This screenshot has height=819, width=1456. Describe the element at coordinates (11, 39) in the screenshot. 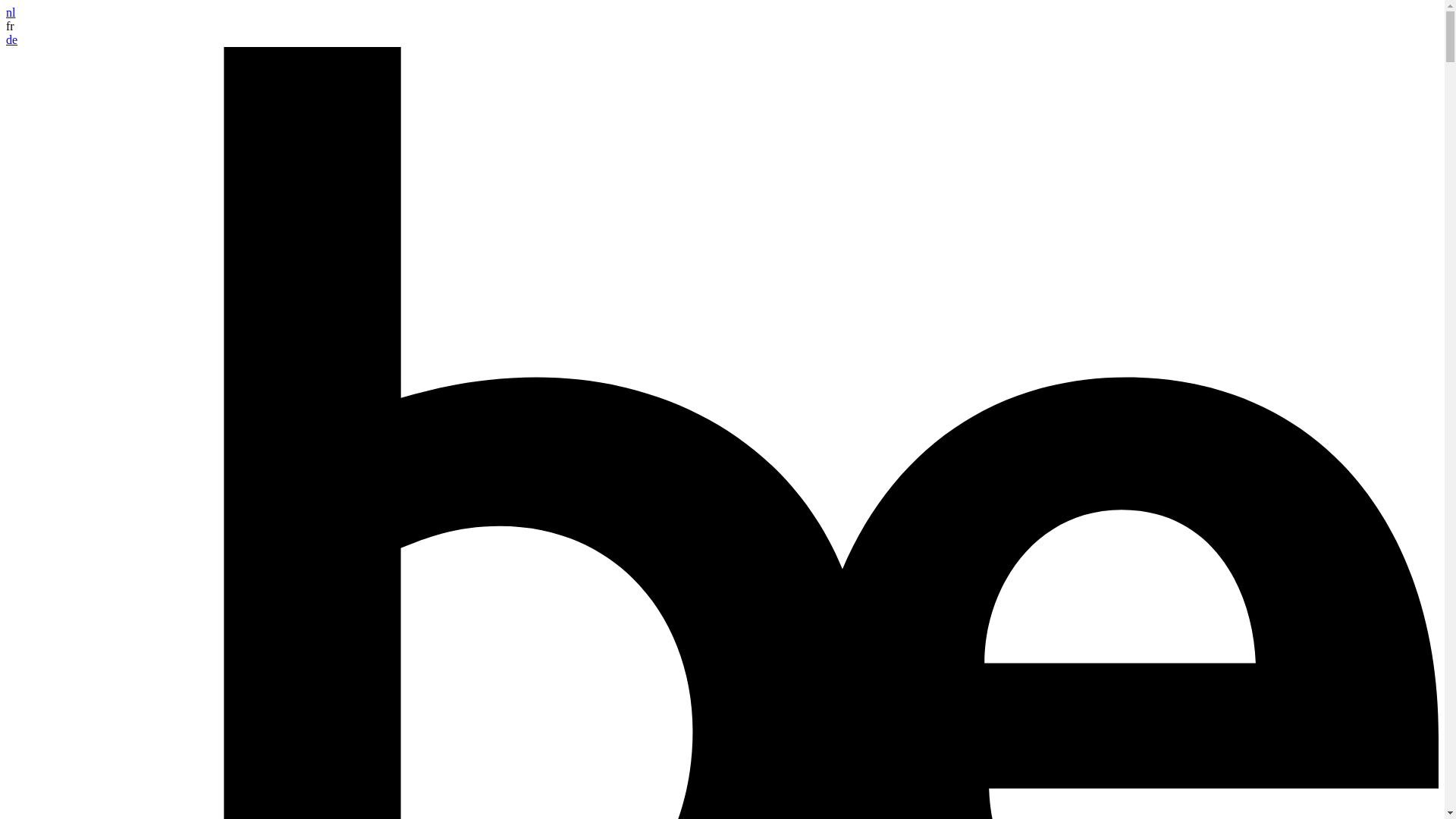

I see `'de'` at that location.